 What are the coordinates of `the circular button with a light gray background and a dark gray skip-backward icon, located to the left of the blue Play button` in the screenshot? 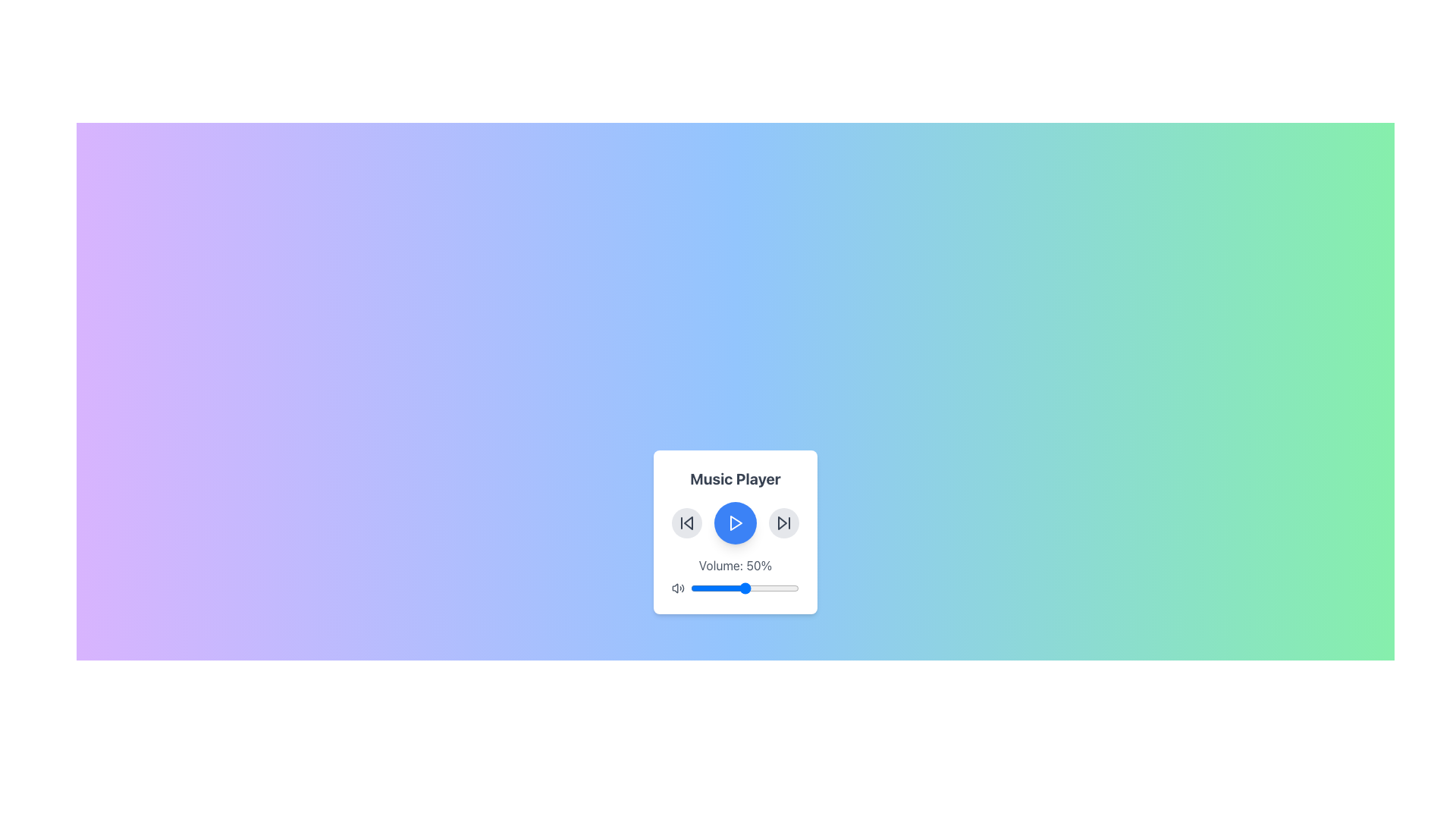 It's located at (686, 522).